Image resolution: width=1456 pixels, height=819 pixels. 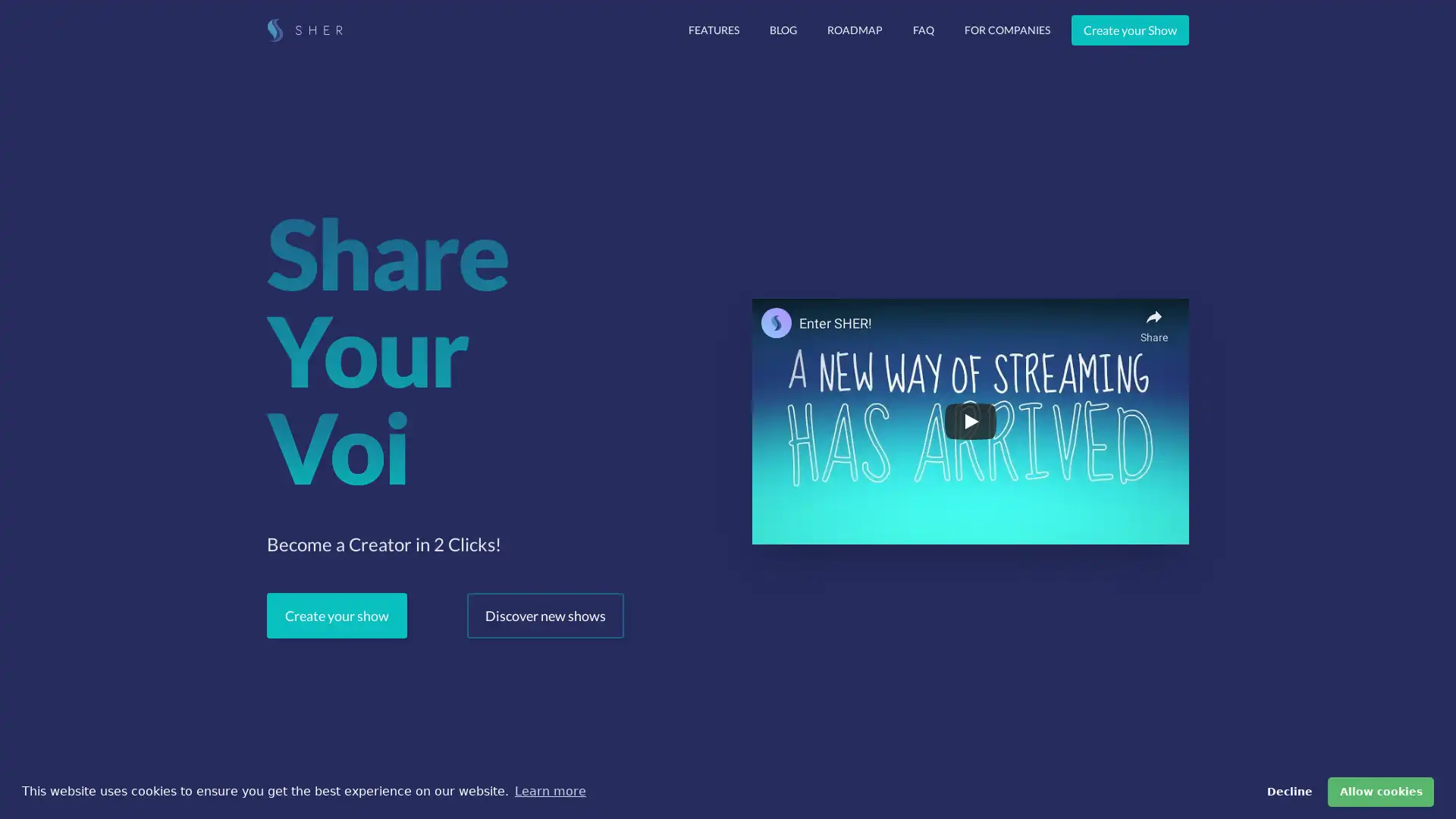 I want to click on Create your Show, so click(x=1130, y=30).